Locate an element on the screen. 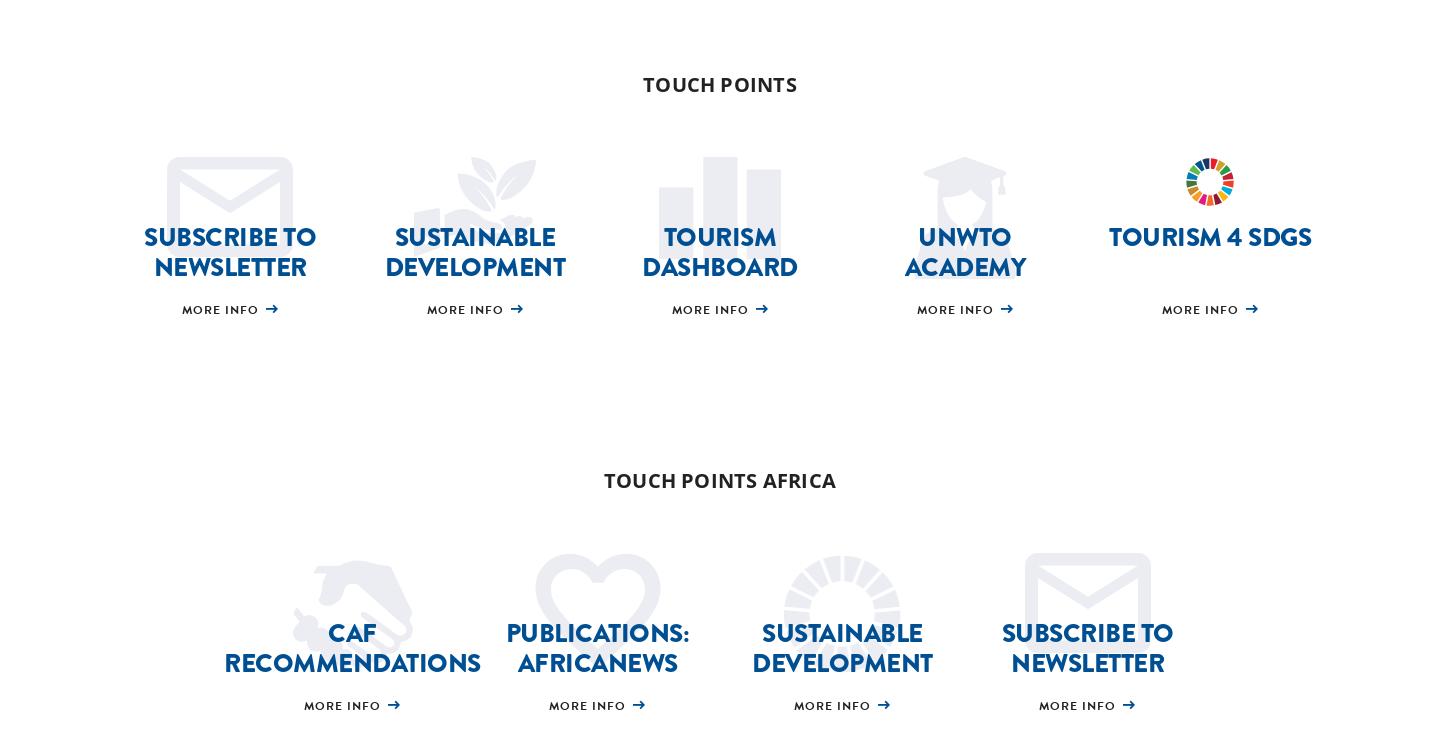 This screenshot has height=750, width=1440. 'Tourism Dashboard' is located at coordinates (719, 251).